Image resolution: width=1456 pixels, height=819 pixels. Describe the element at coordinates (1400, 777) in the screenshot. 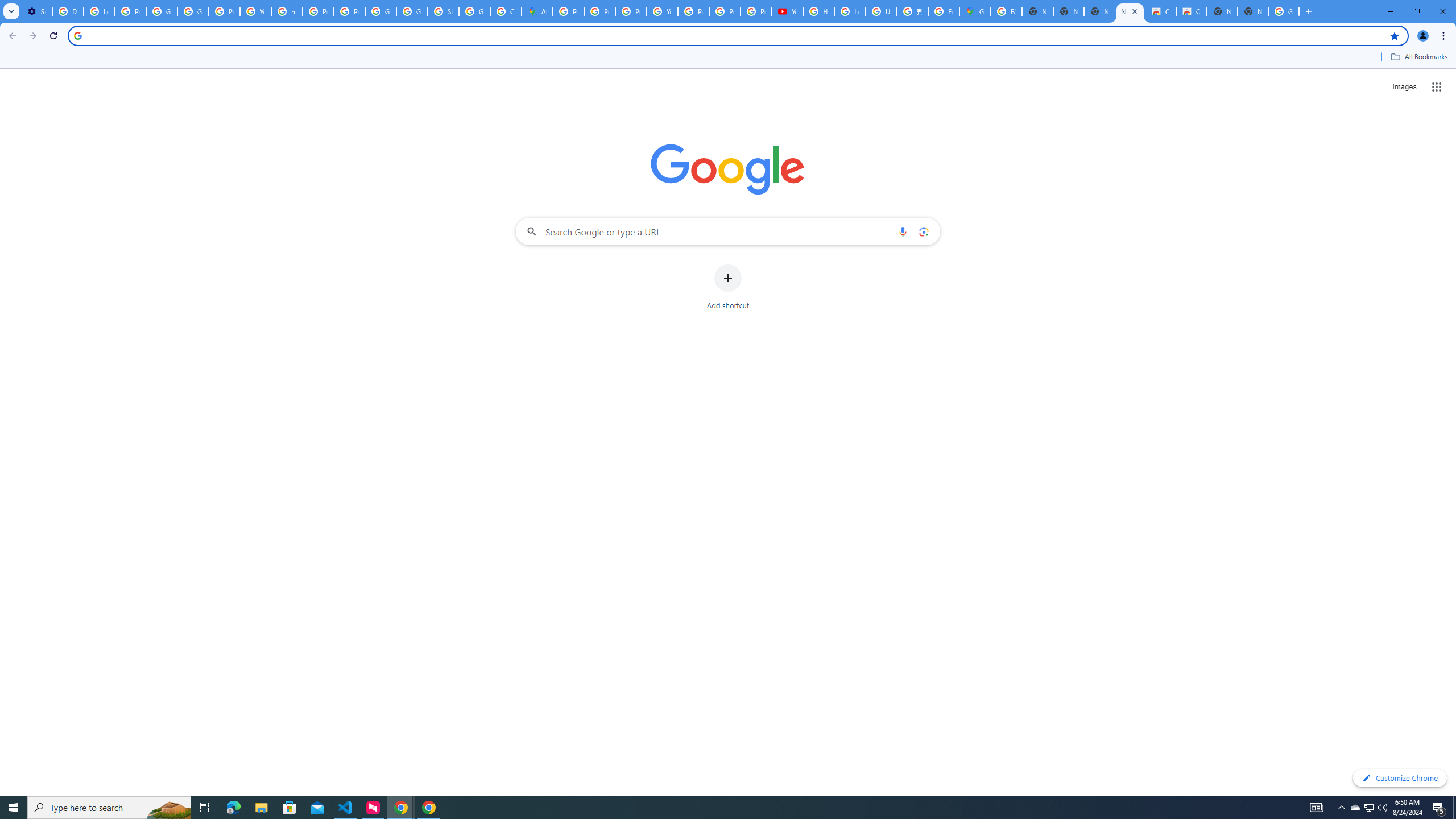

I see `'Customize Chrome'` at that location.